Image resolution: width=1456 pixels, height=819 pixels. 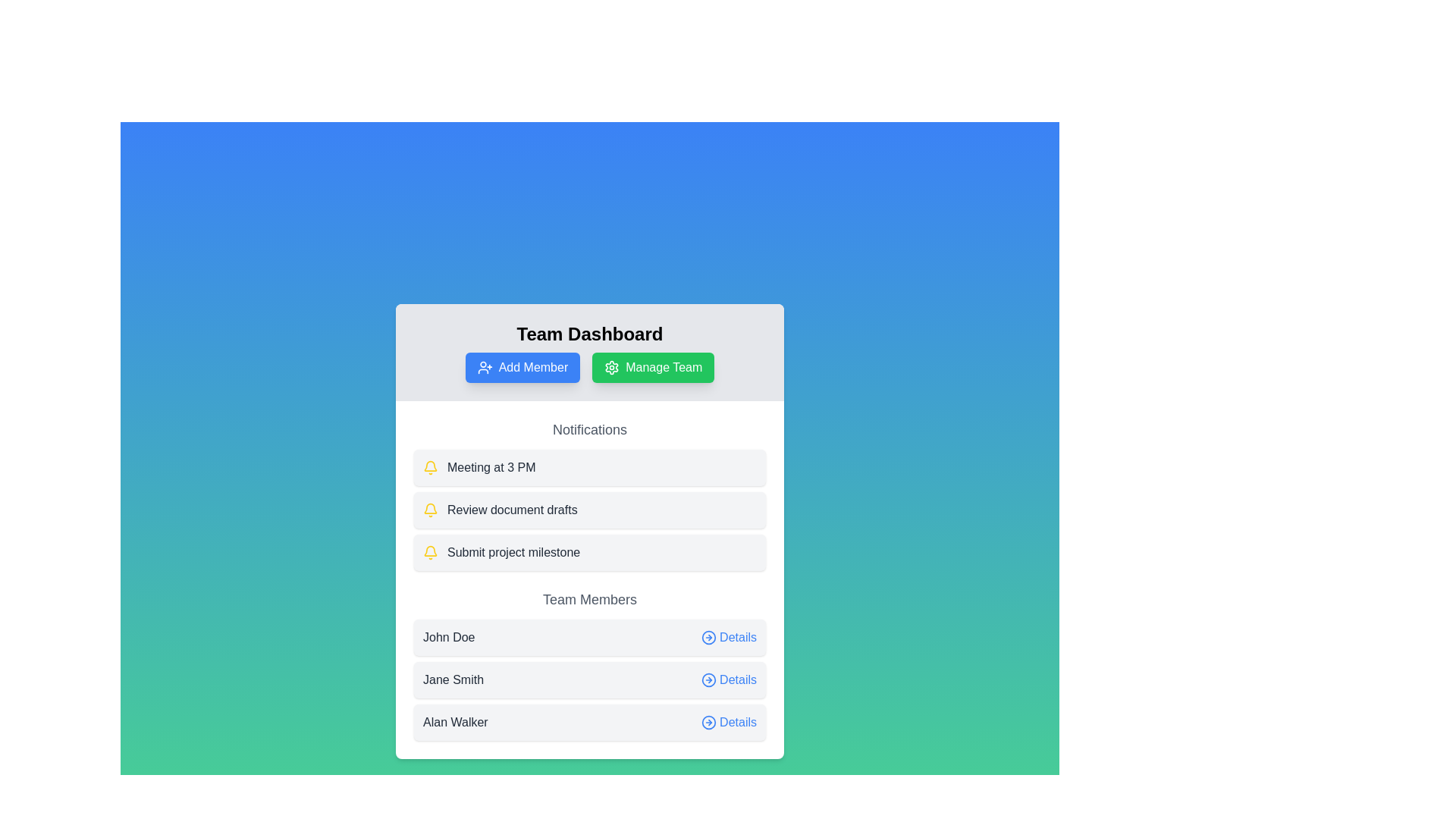 What do you see at coordinates (484, 368) in the screenshot?
I see `the graphical indication of the icon representing 'Add Member', located to the left of the blue button labeled 'Add Member' in the header section of the UI` at bounding box center [484, 368].